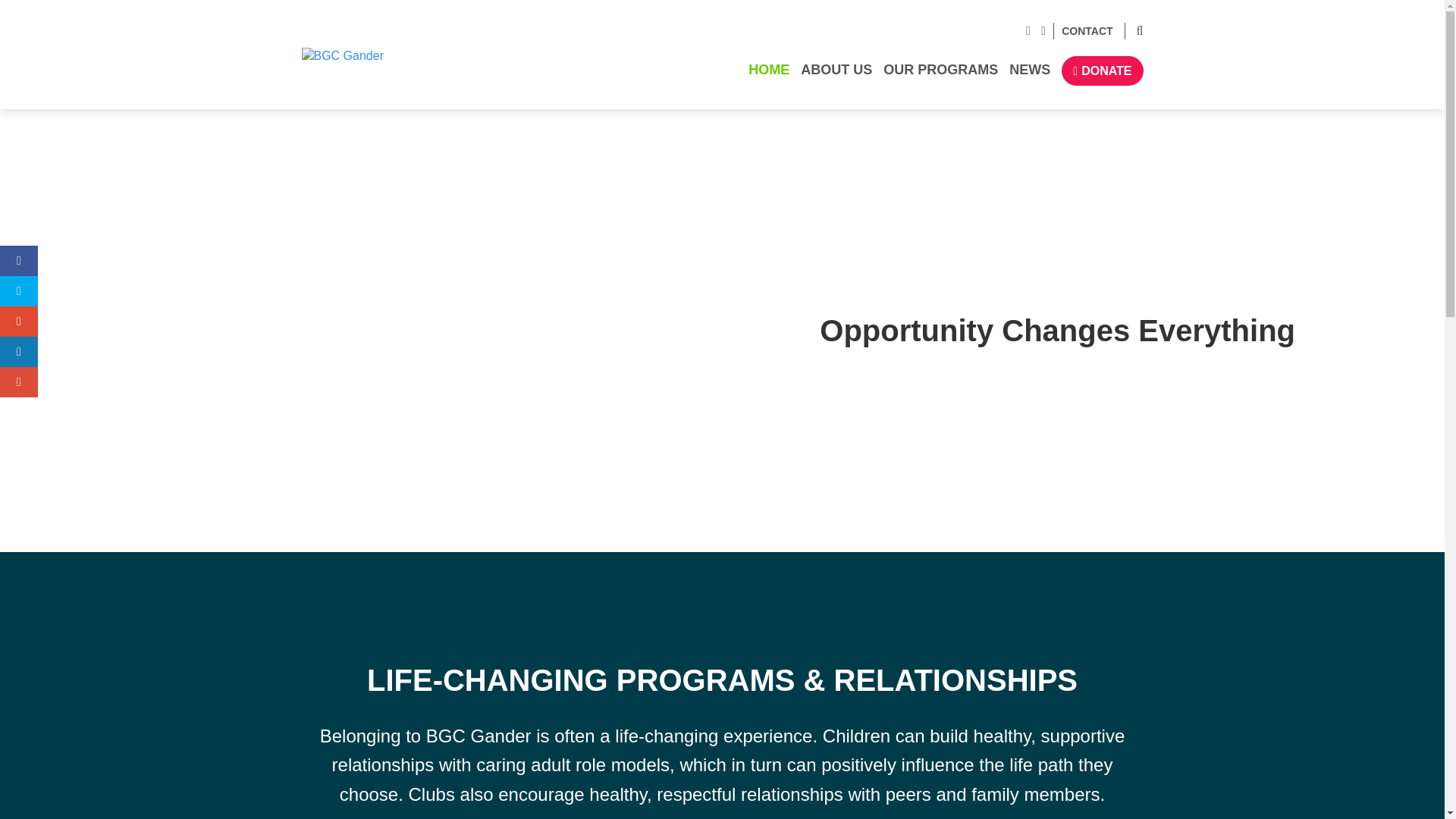 The width and height of the screenshot is (1456, 819). What do you see at coordinates (1102, 71) in the screenshot?
I see `'DONATE'` at bounding box center [1102, 71].